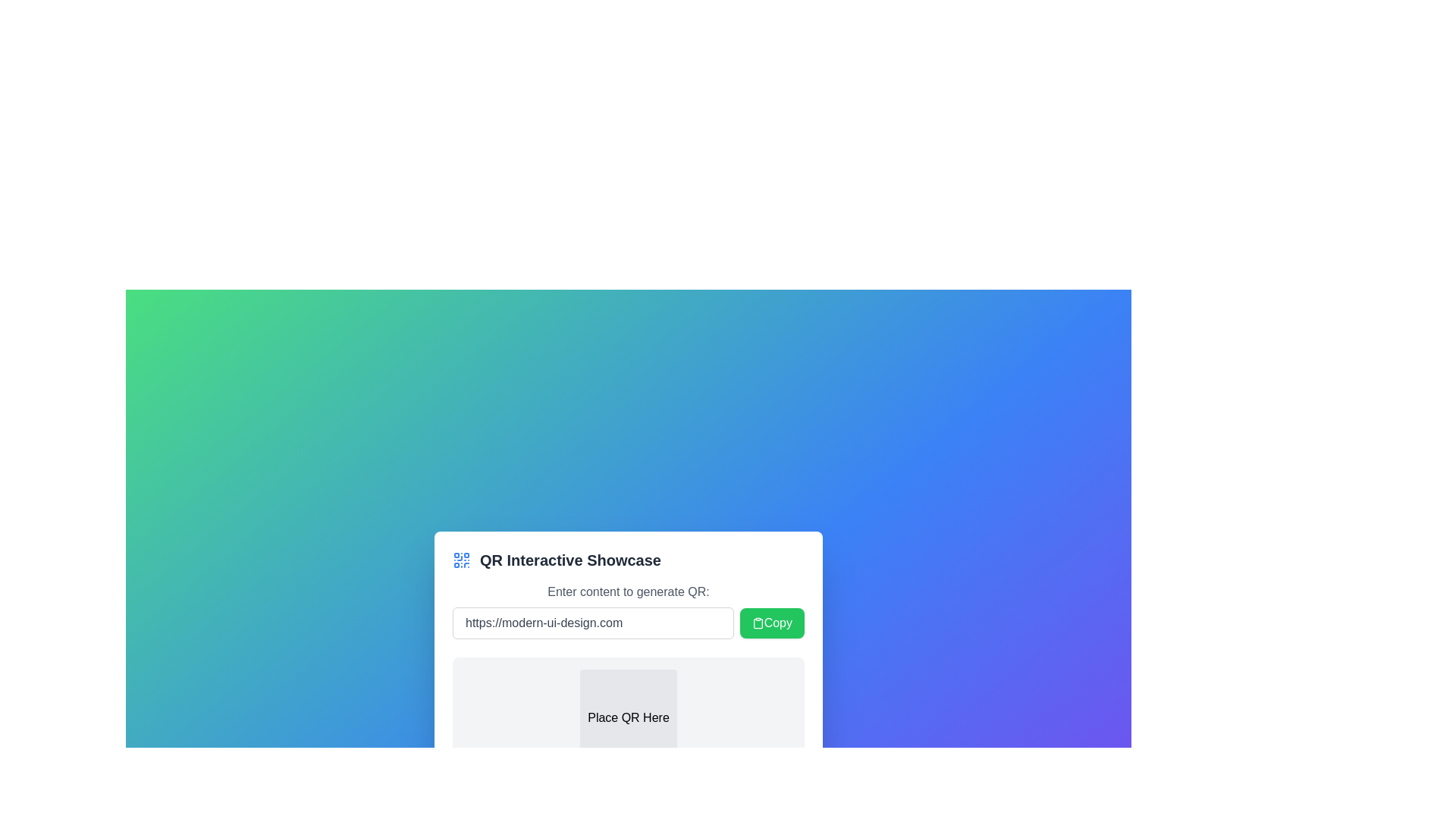  Describe the element at coordinates (461, 560) in the screenshot. I see `the QR code icon located at the leftmost side of the header section titled 'QR Interactive Showcase', which features a modern blue-colored design with distinctive patterns` at that location.